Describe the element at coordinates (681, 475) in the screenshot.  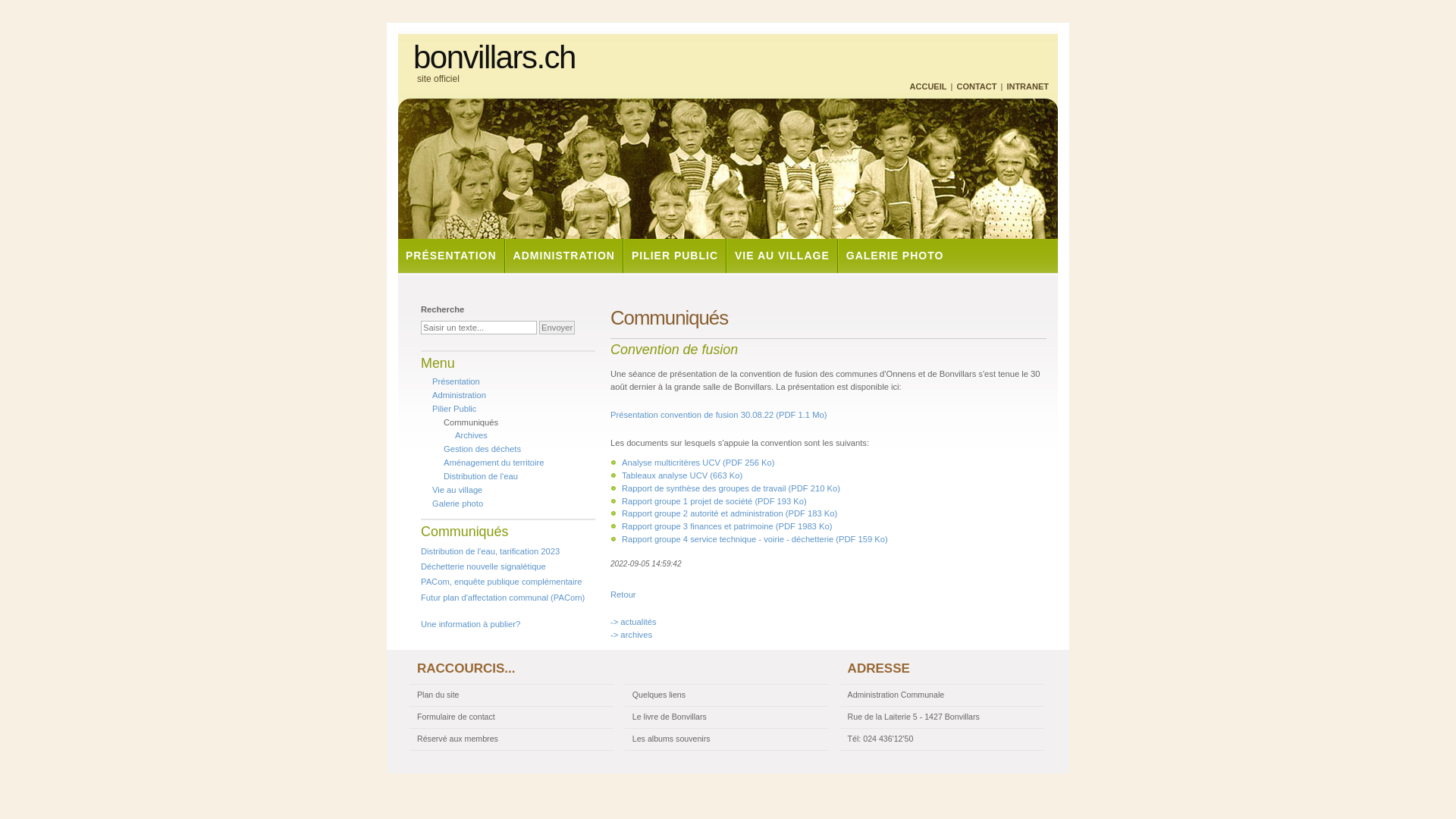
I see `'Tableaux analyse UCV (663 Ko)'` at that location.